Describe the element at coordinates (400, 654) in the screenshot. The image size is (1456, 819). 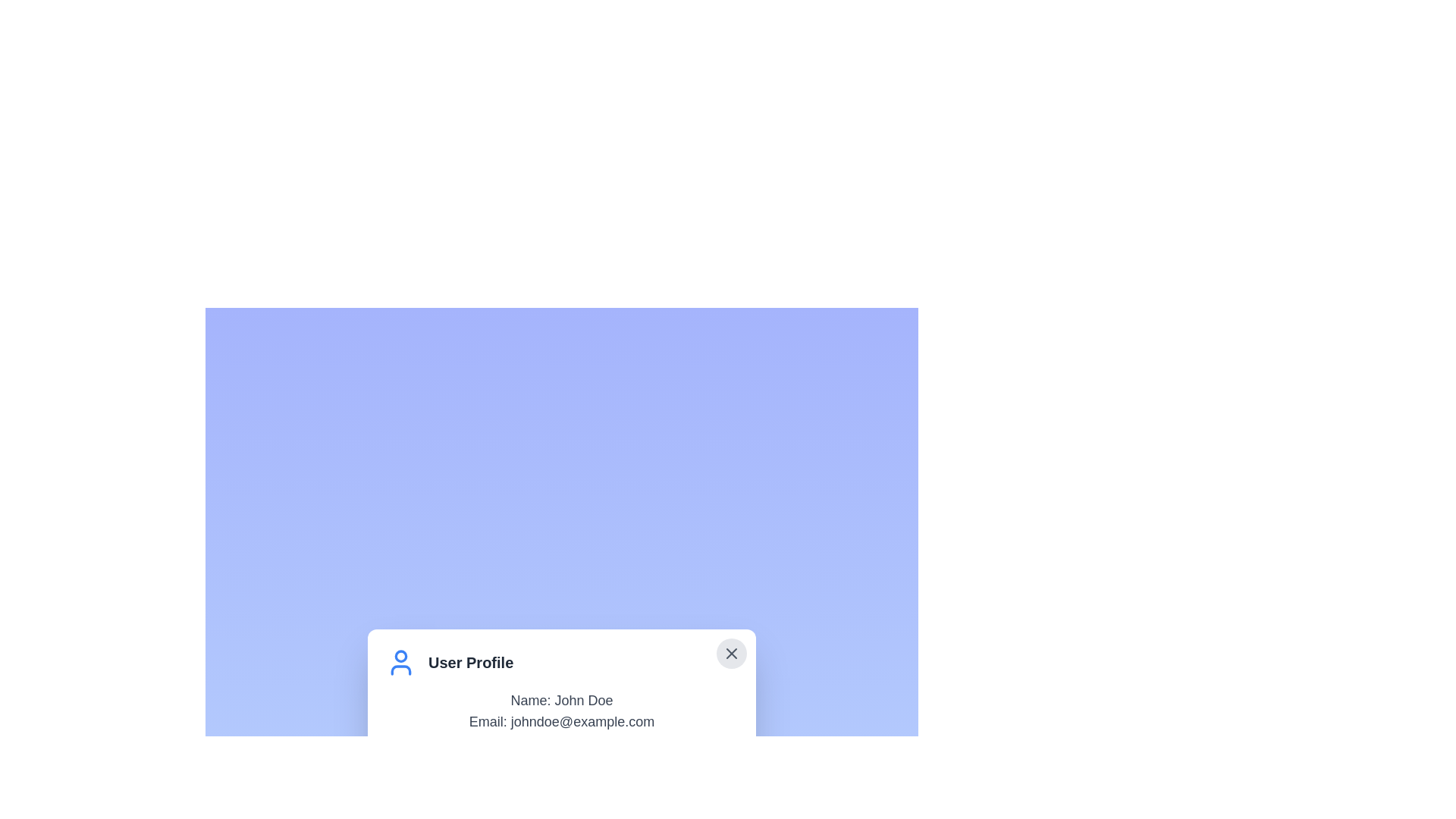
I see `the decorative graphical circle element that marks the user icon in the interface, located at the top region of the user icon graphic` at that location.